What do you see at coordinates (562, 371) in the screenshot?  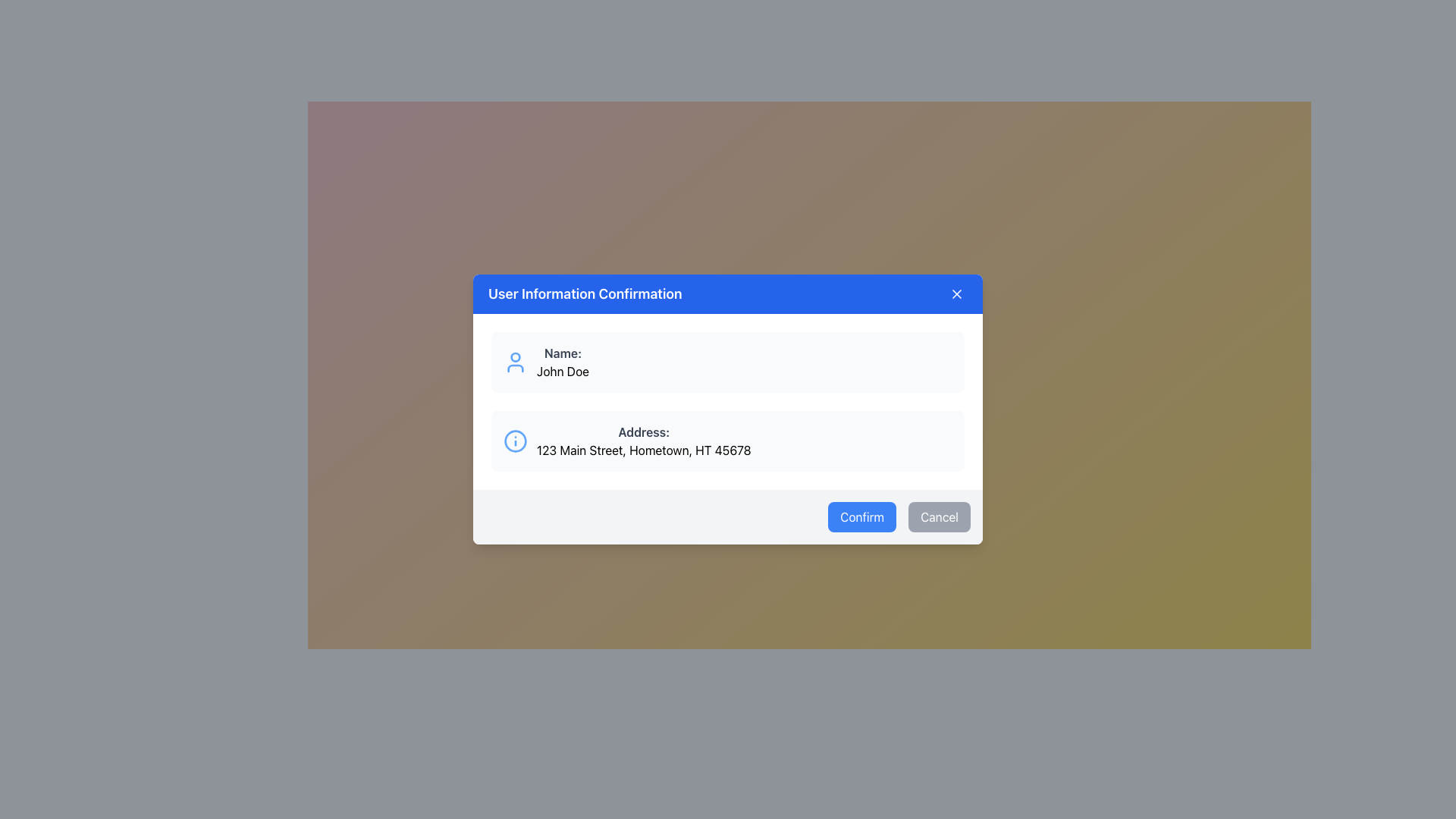 I see `displayed user's name in the text display located in the 'User Information Confirmation' dialog box, under the label 'Name:'` at bounding box center [562, 371].